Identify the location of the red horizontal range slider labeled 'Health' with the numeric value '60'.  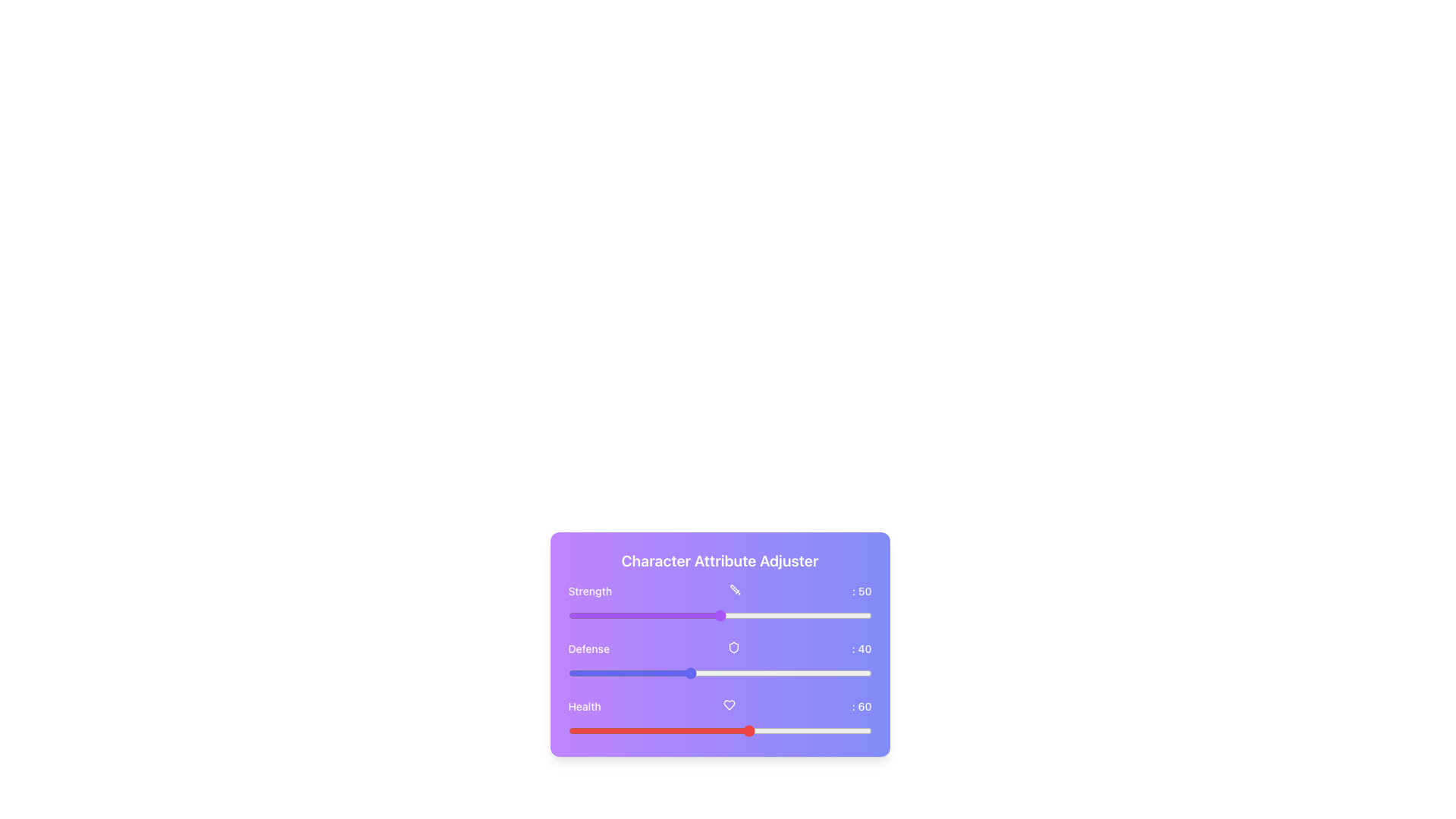
(719, 718).